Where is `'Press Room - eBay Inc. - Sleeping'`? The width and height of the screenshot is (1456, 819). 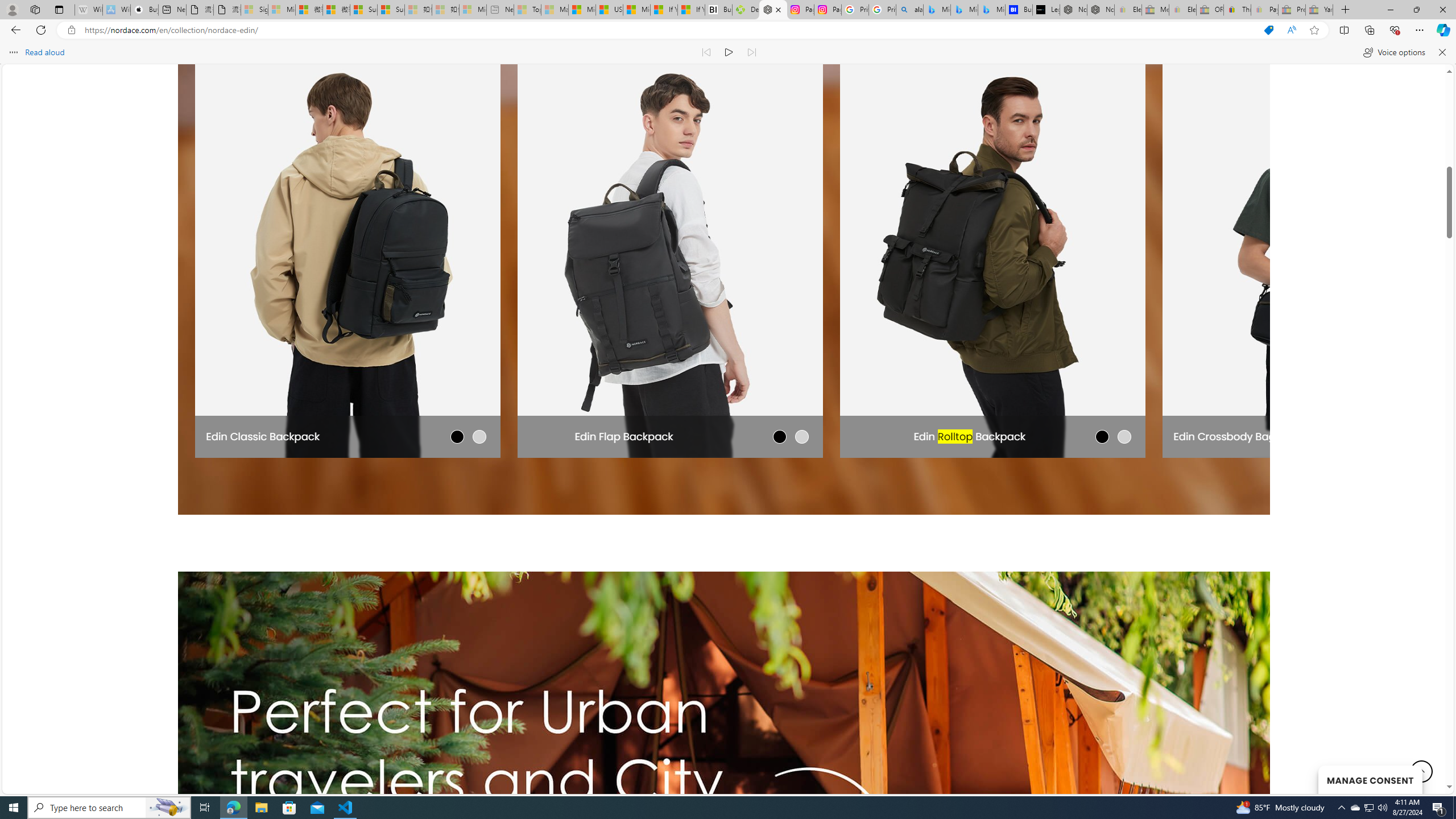
'Press Room - eBay Inc. - Sleeping' is located at coordinates (1292, 9).